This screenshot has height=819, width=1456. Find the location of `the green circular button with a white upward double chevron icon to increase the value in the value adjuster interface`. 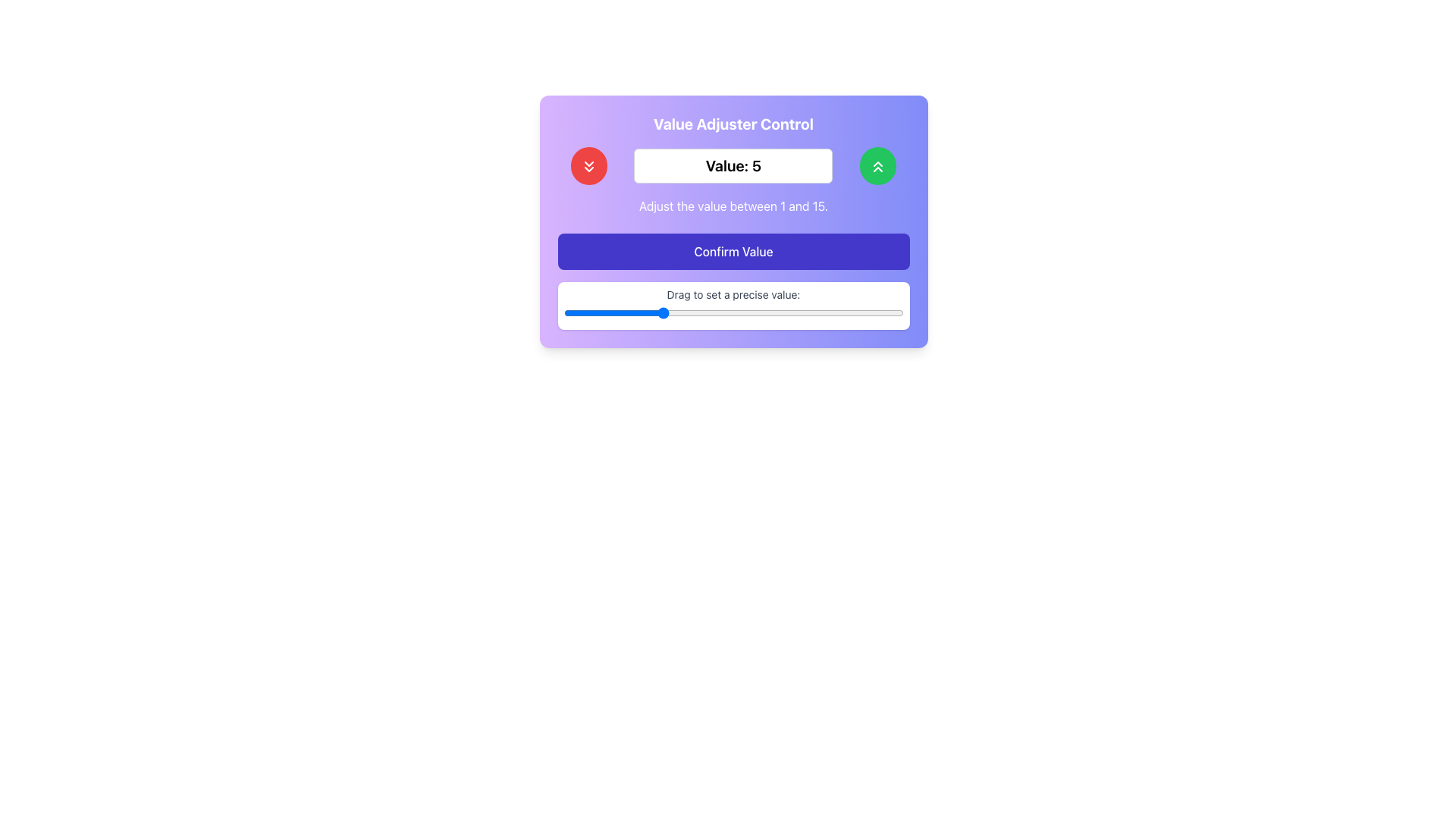

the green circular button with a white upward double chevron icon to increase the value in the value adjuster interface is located at coordinates (877, 165).